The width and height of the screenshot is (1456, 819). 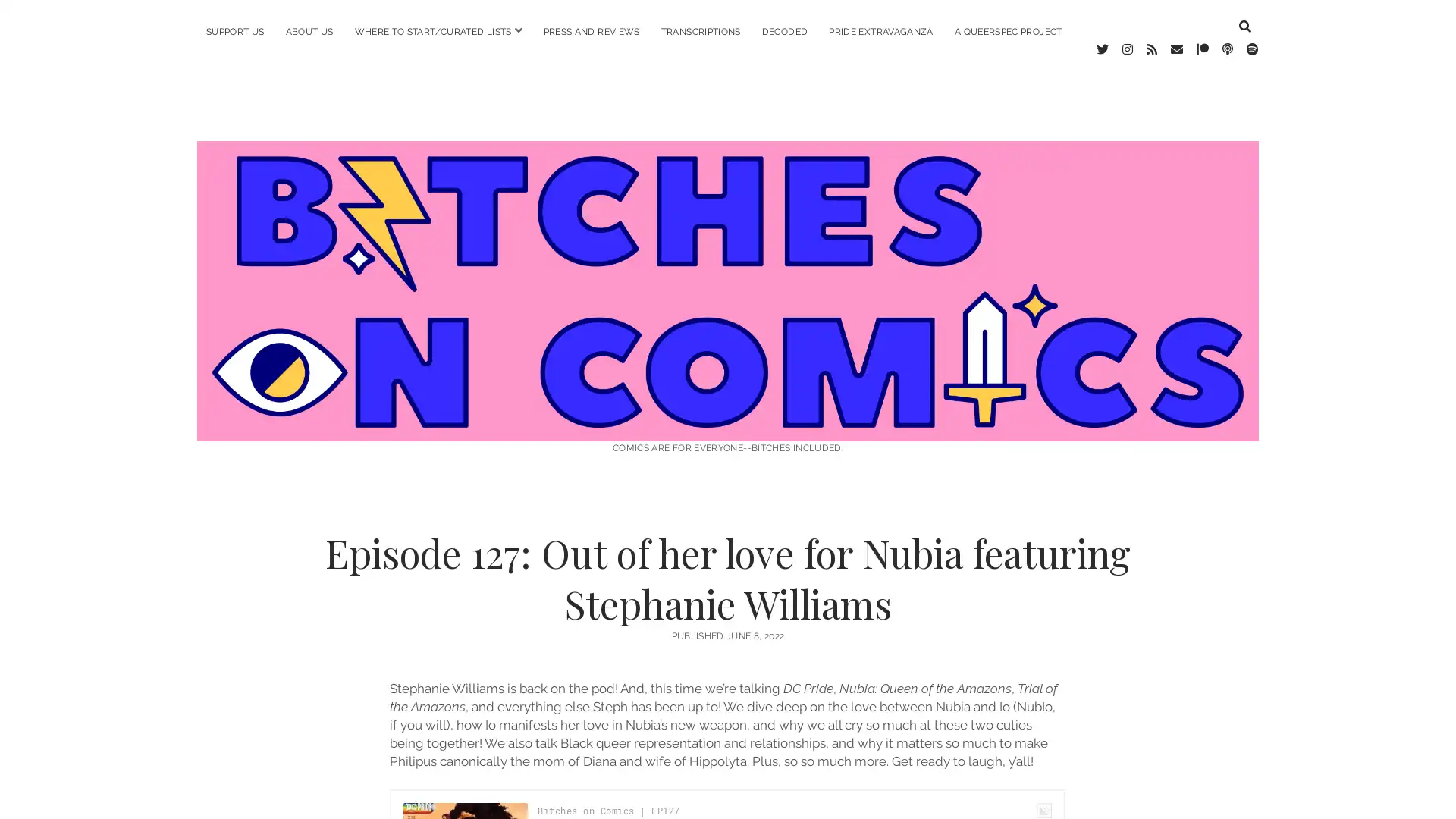 What do you see at coordinates (517, 30) in the screenshot?
I see `open menu` at bounding box center [517, 30].